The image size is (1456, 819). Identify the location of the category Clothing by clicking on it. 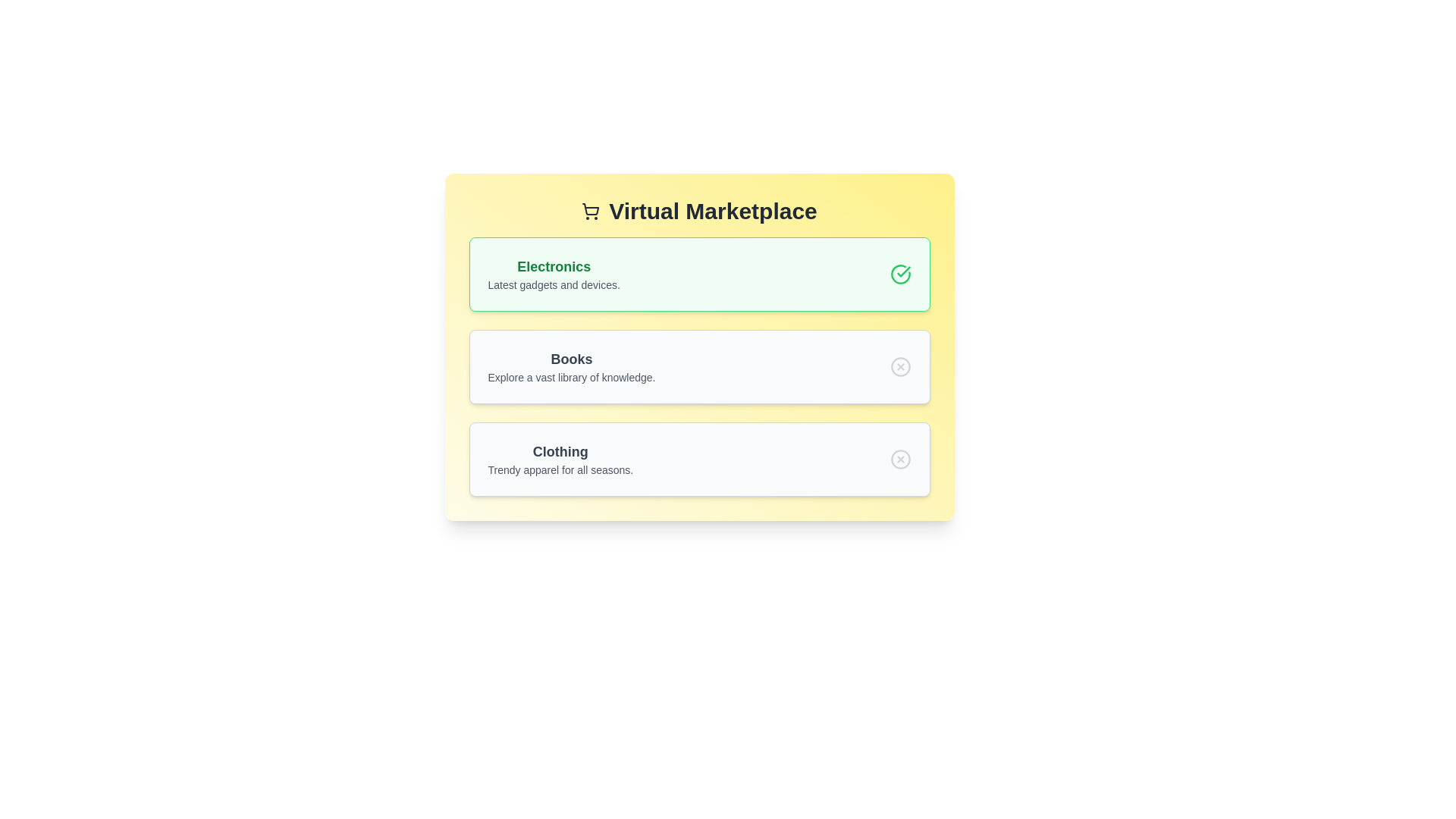
(698, 458).